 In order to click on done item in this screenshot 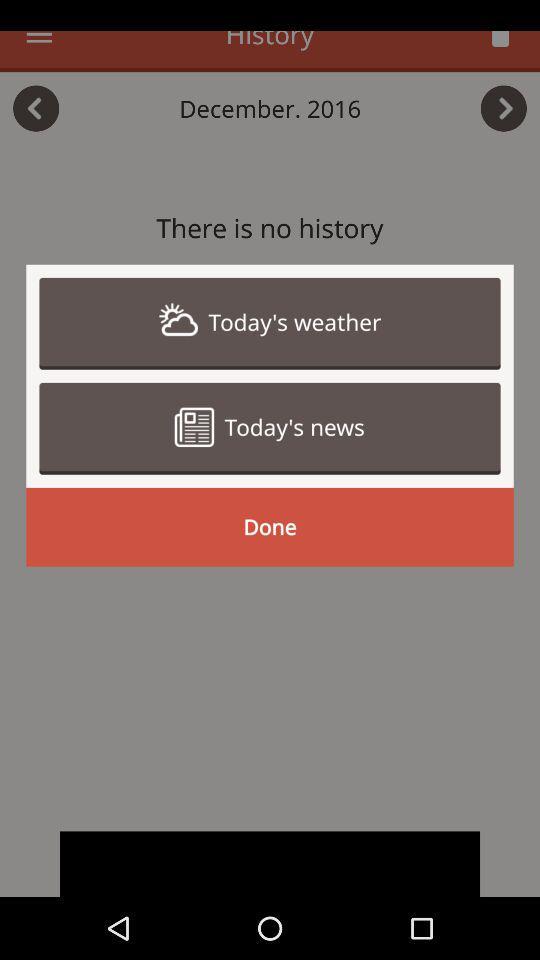, I will do `click(270, 526)`.